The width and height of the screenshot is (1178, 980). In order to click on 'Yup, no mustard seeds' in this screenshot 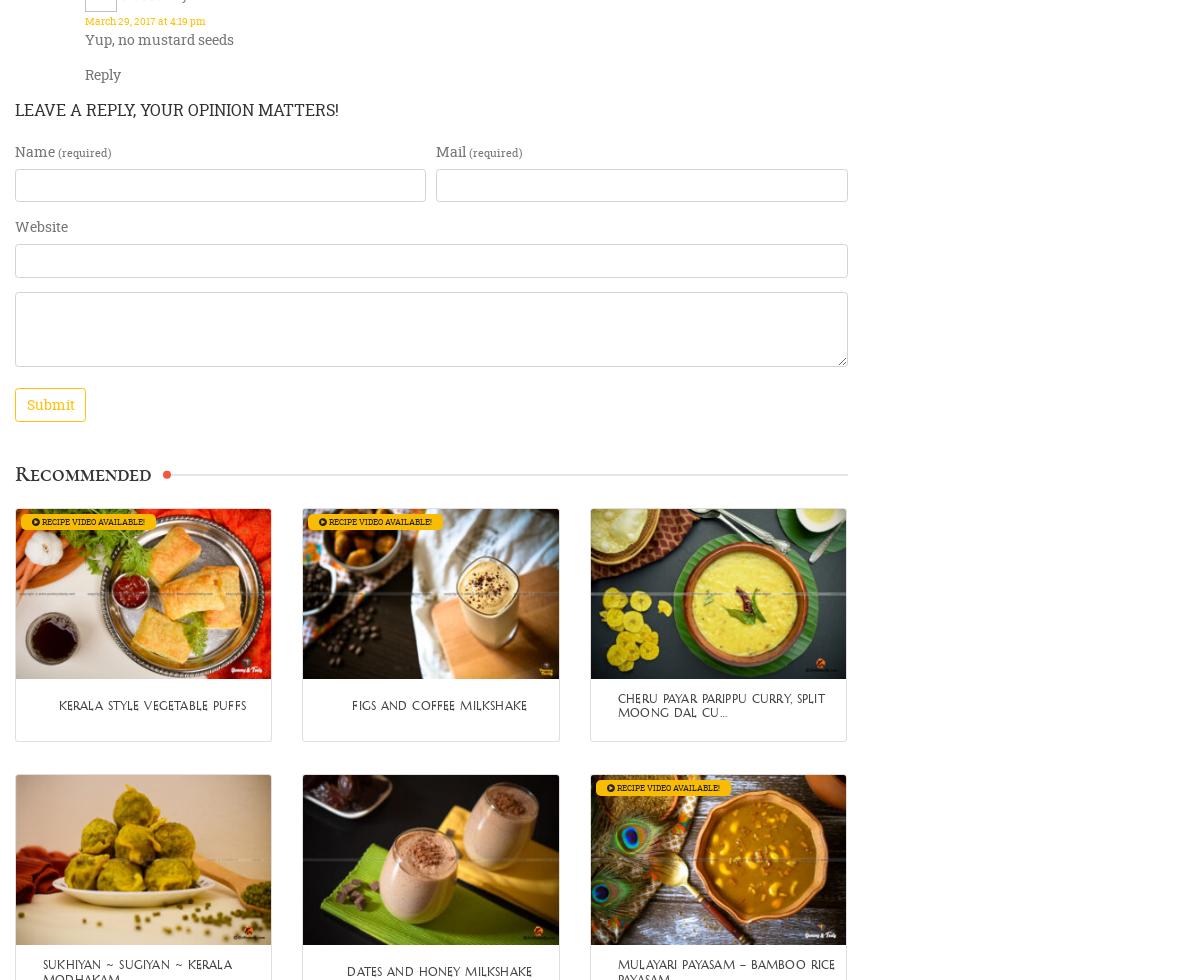, I will do `click(84, 39)`.